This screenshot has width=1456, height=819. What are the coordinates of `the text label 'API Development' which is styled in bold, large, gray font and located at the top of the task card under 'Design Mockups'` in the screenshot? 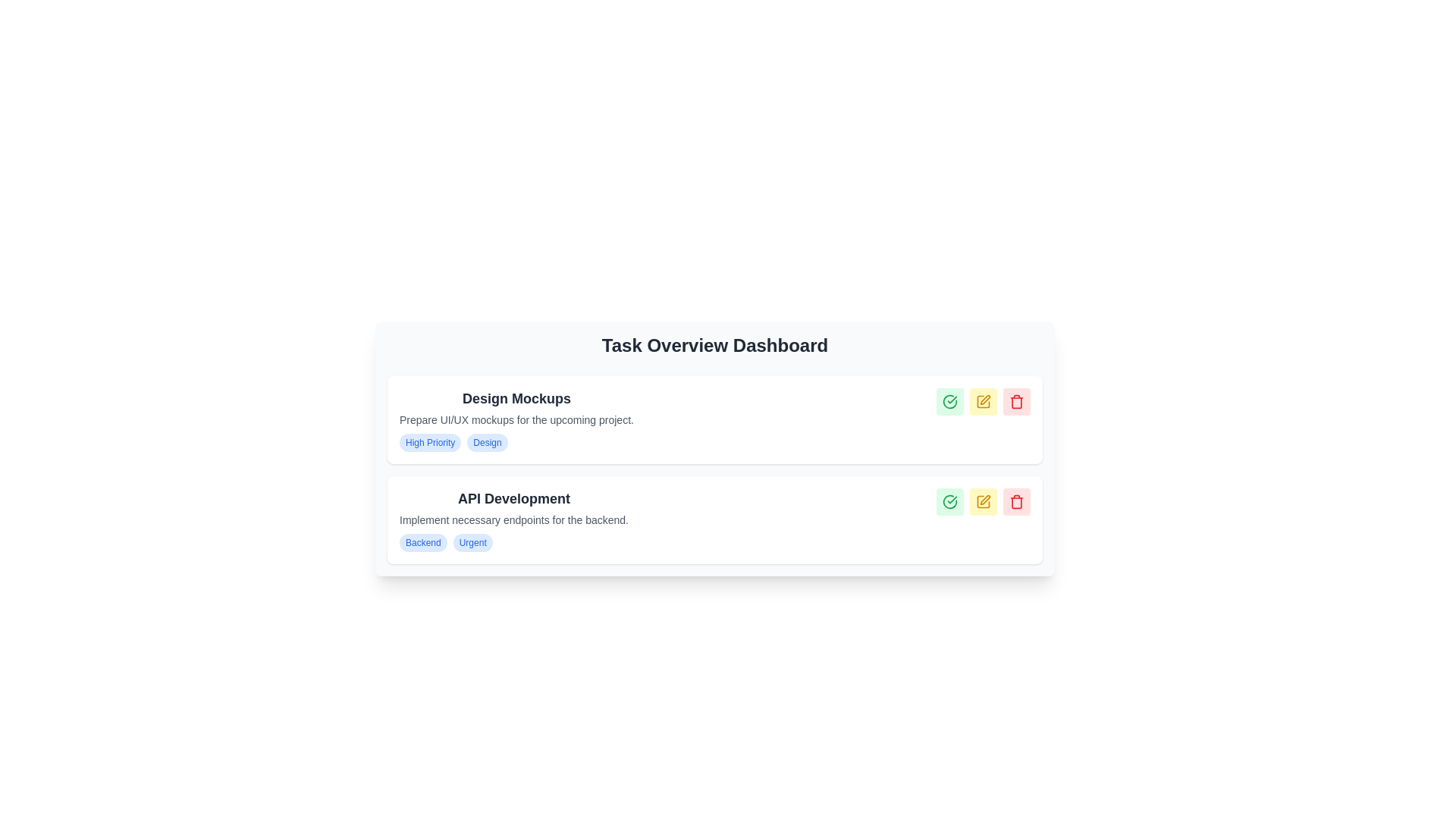 It's located at (513, 499).